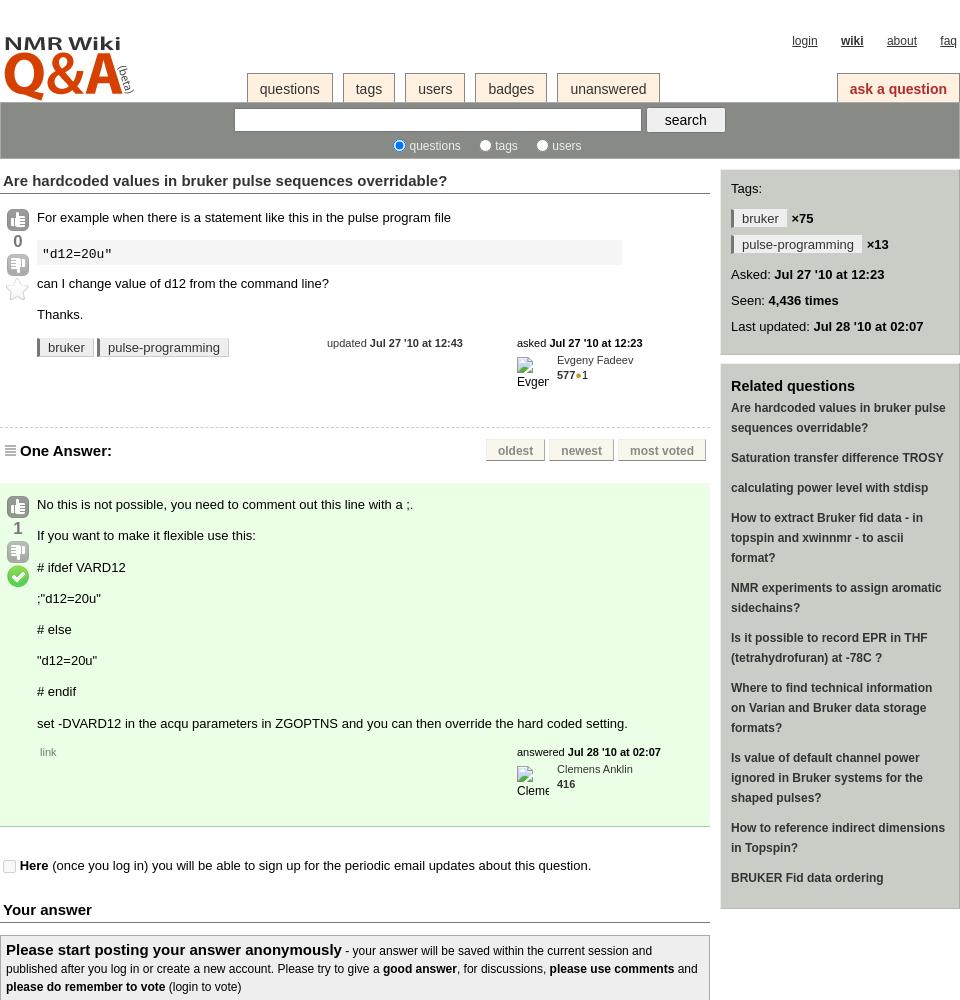  What do you see at coordinates (418, 968) in the screenshot?
I see `'good answer'` at bounding box center [418, 968].